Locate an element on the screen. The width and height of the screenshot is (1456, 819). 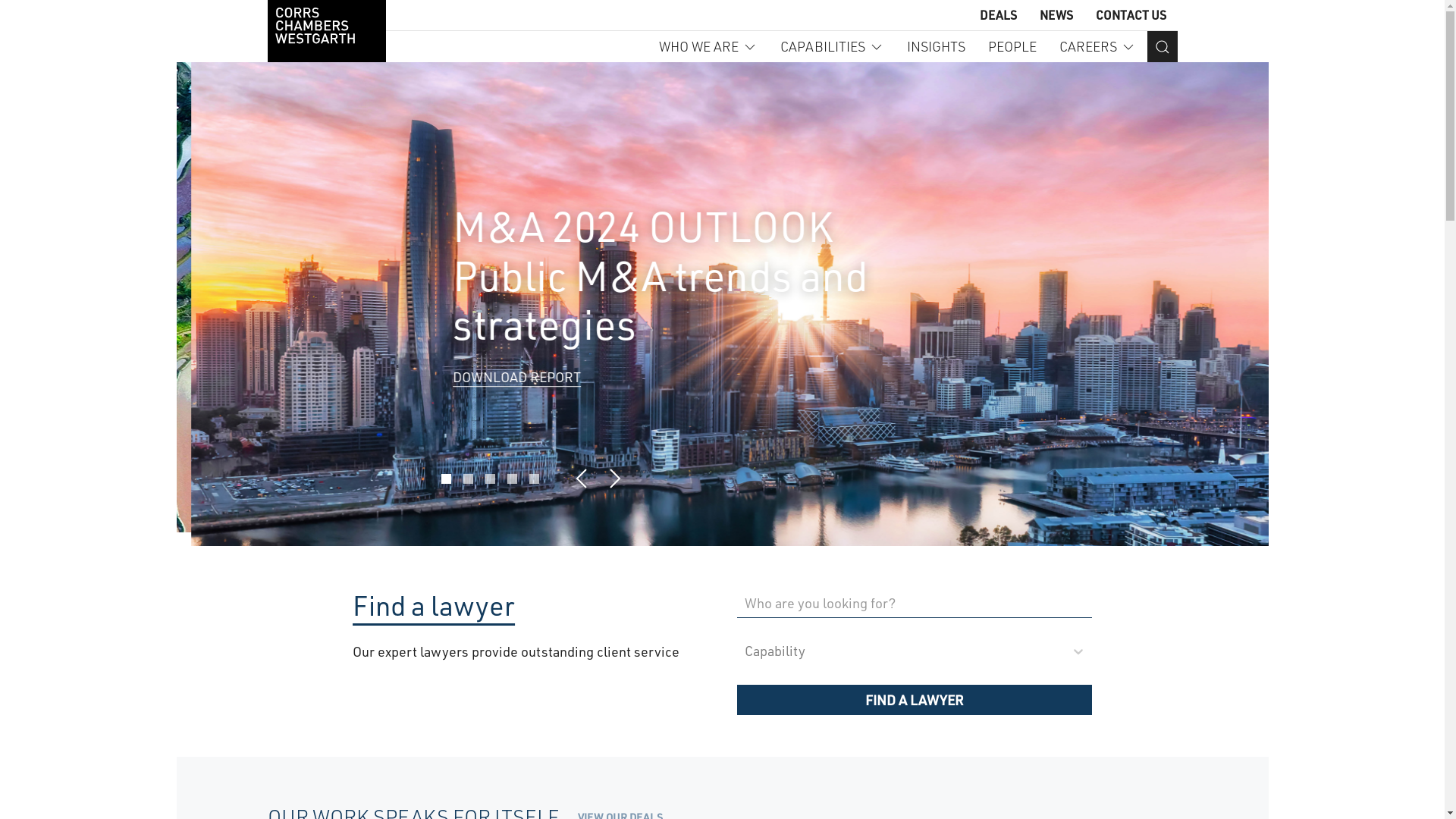
'WHO WE ARE' is located at coordinates (706, 45).